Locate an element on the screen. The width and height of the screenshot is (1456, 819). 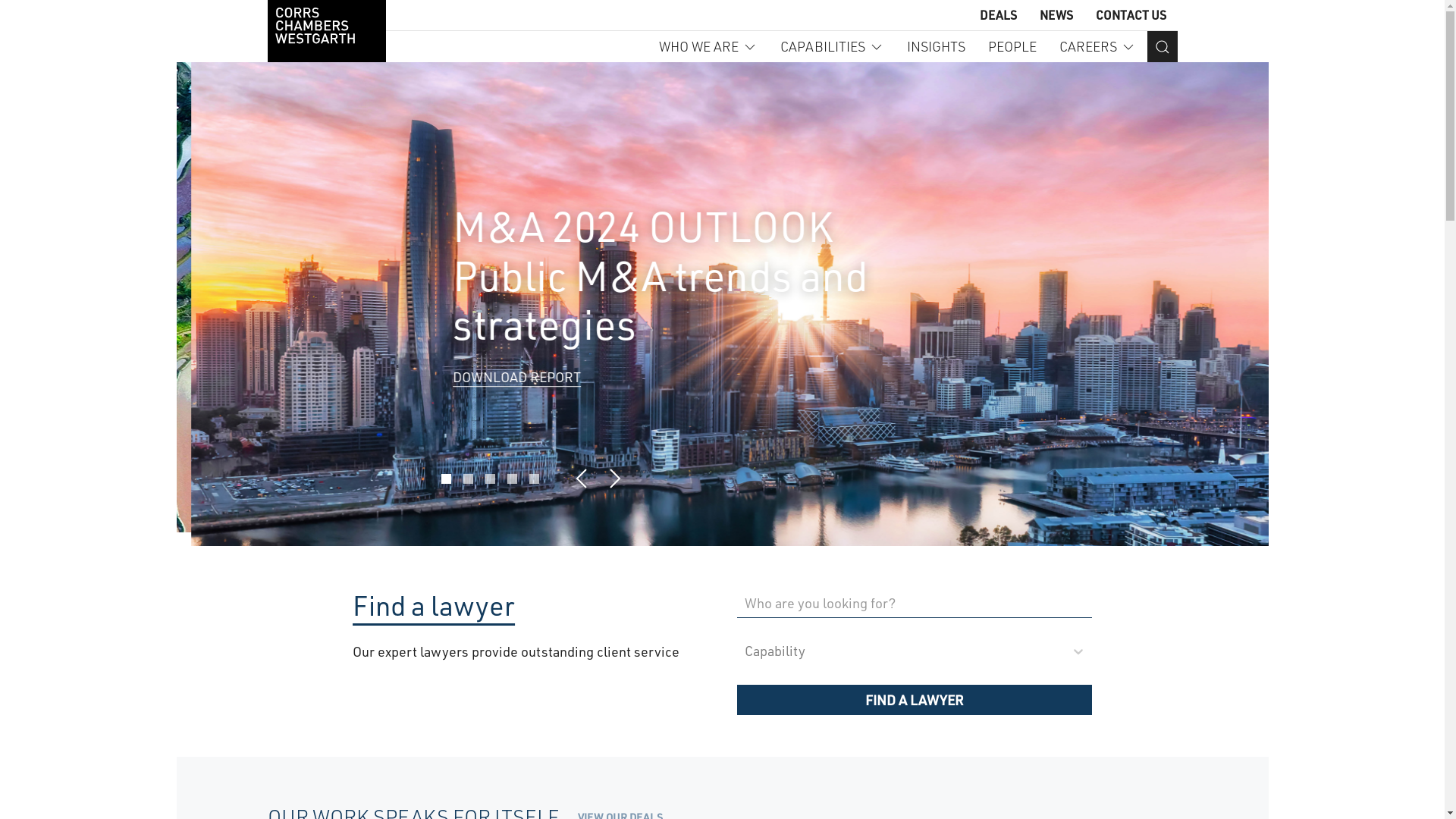
'WHO WE ARE' is located at coordinates (706, 45).